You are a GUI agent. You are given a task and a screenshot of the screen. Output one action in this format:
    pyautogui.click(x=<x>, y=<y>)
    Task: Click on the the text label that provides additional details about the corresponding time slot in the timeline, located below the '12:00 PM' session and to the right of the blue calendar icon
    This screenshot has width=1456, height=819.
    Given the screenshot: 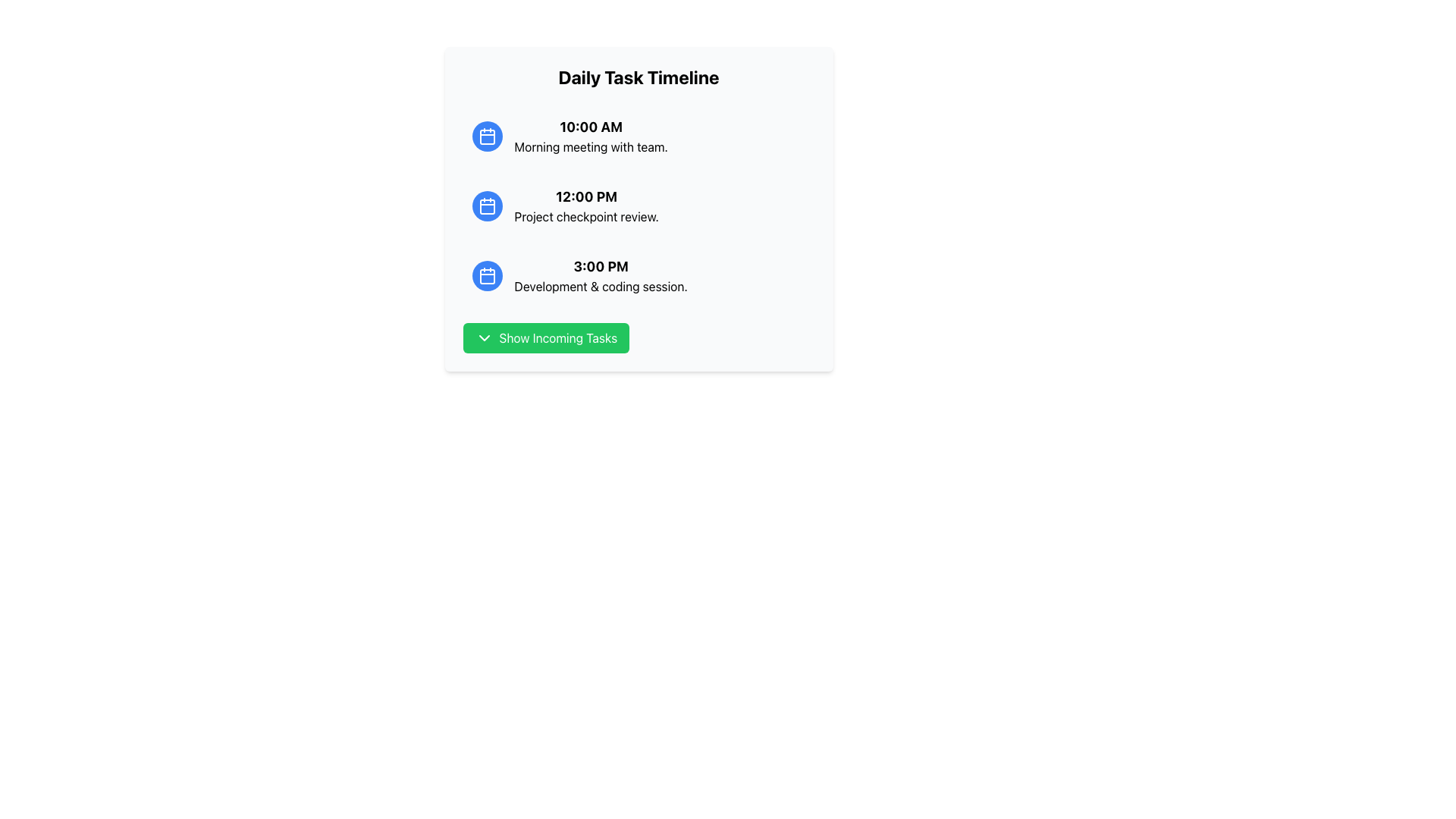 What is the action you would take?
    pyautogui.click(x=600, y=287)
    